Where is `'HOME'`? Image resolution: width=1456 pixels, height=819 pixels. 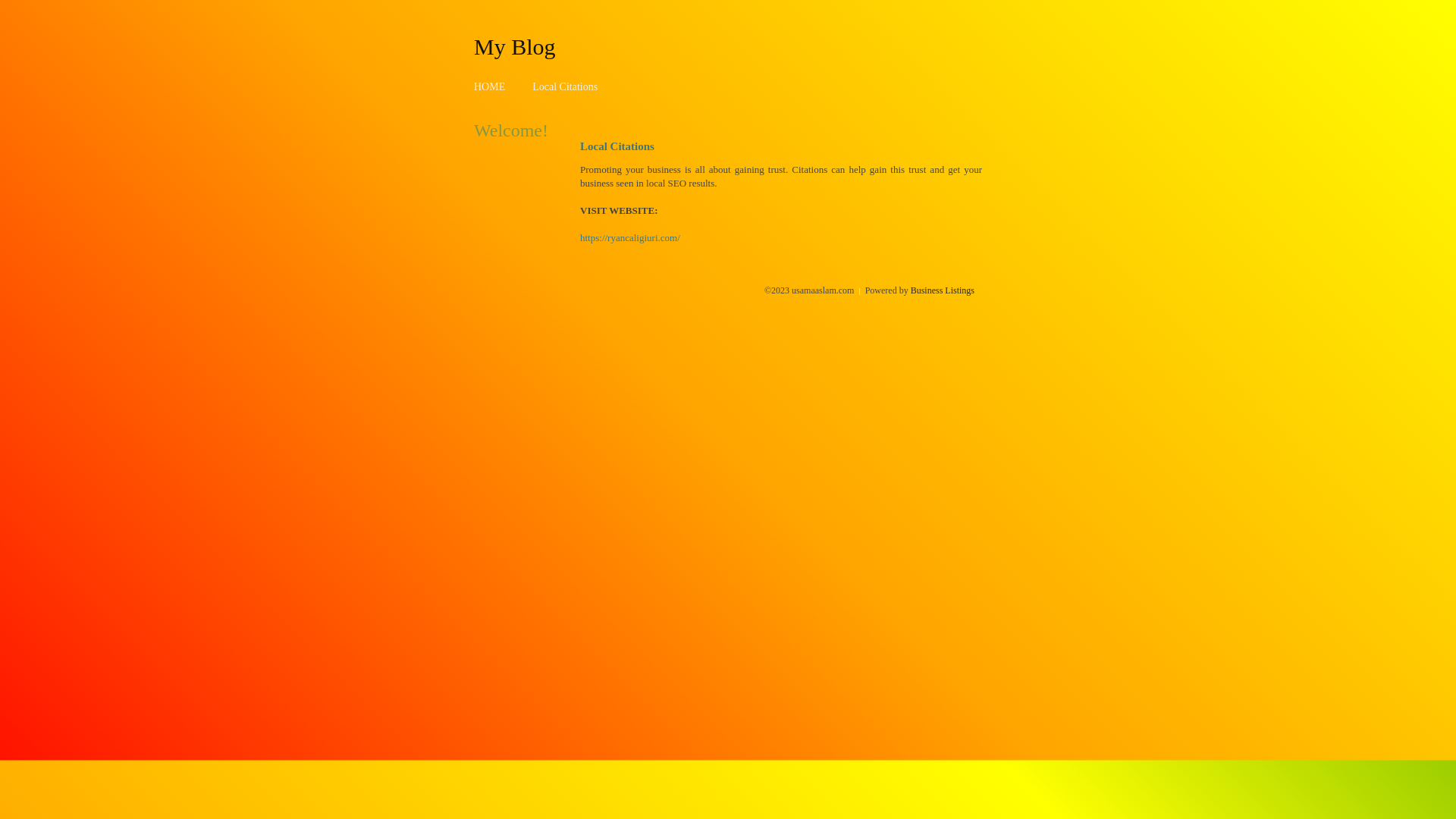 'HOME' is located at coordinates (472, 86).